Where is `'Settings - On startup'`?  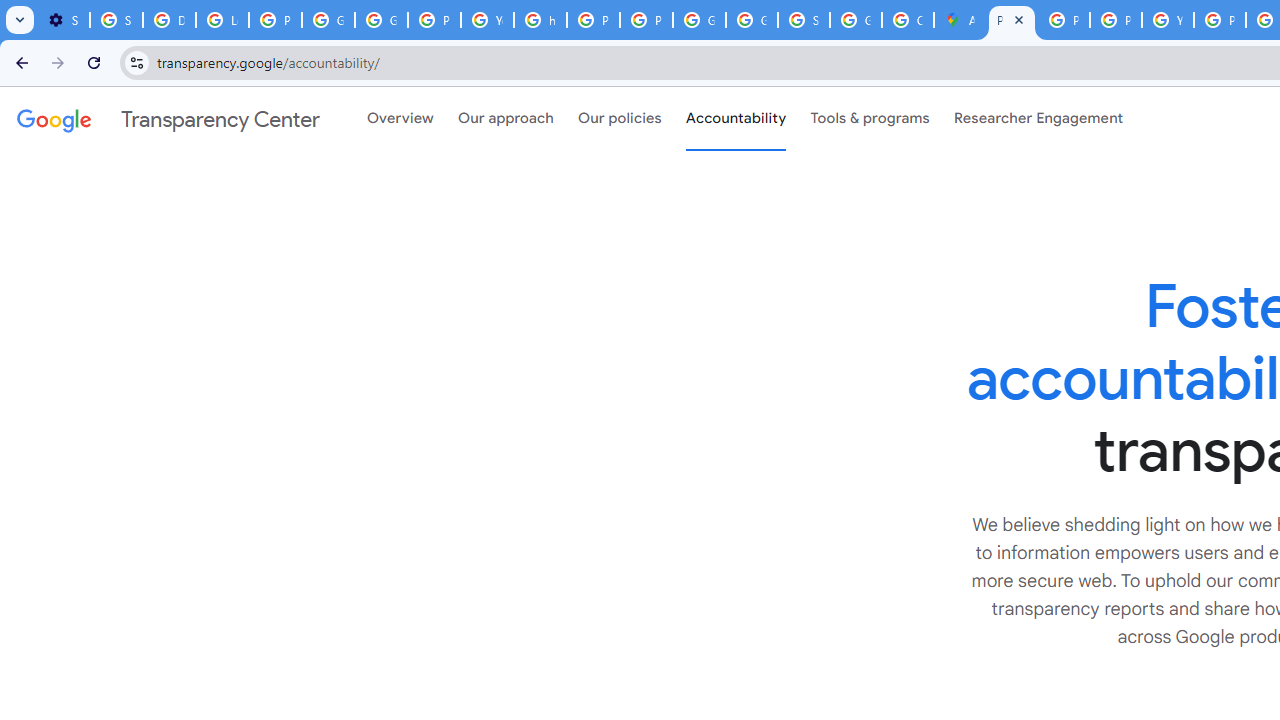 'Settings - On startup' is located at coordinates (63, 20).